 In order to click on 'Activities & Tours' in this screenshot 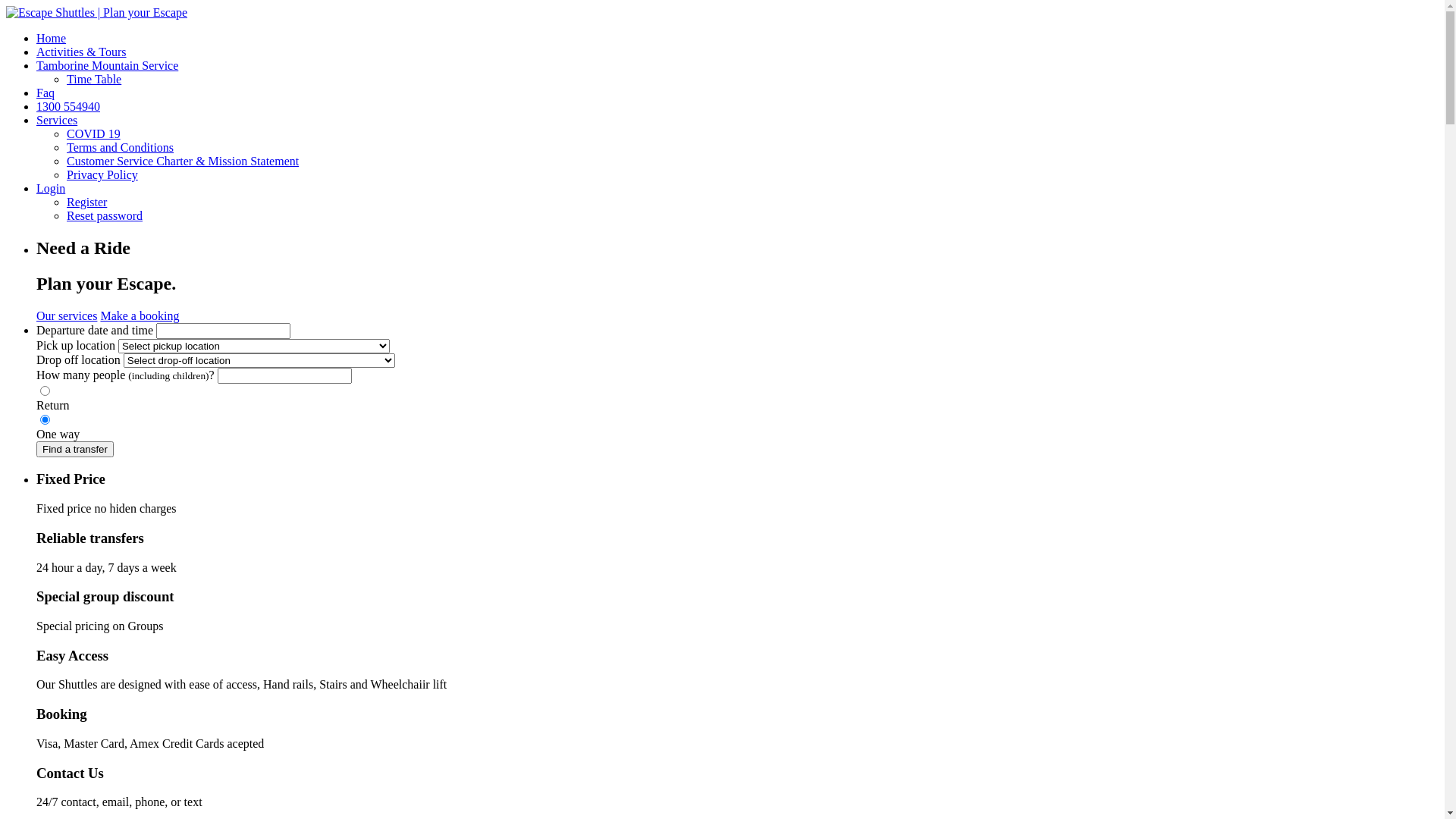, I will do `click(36, 51)`.